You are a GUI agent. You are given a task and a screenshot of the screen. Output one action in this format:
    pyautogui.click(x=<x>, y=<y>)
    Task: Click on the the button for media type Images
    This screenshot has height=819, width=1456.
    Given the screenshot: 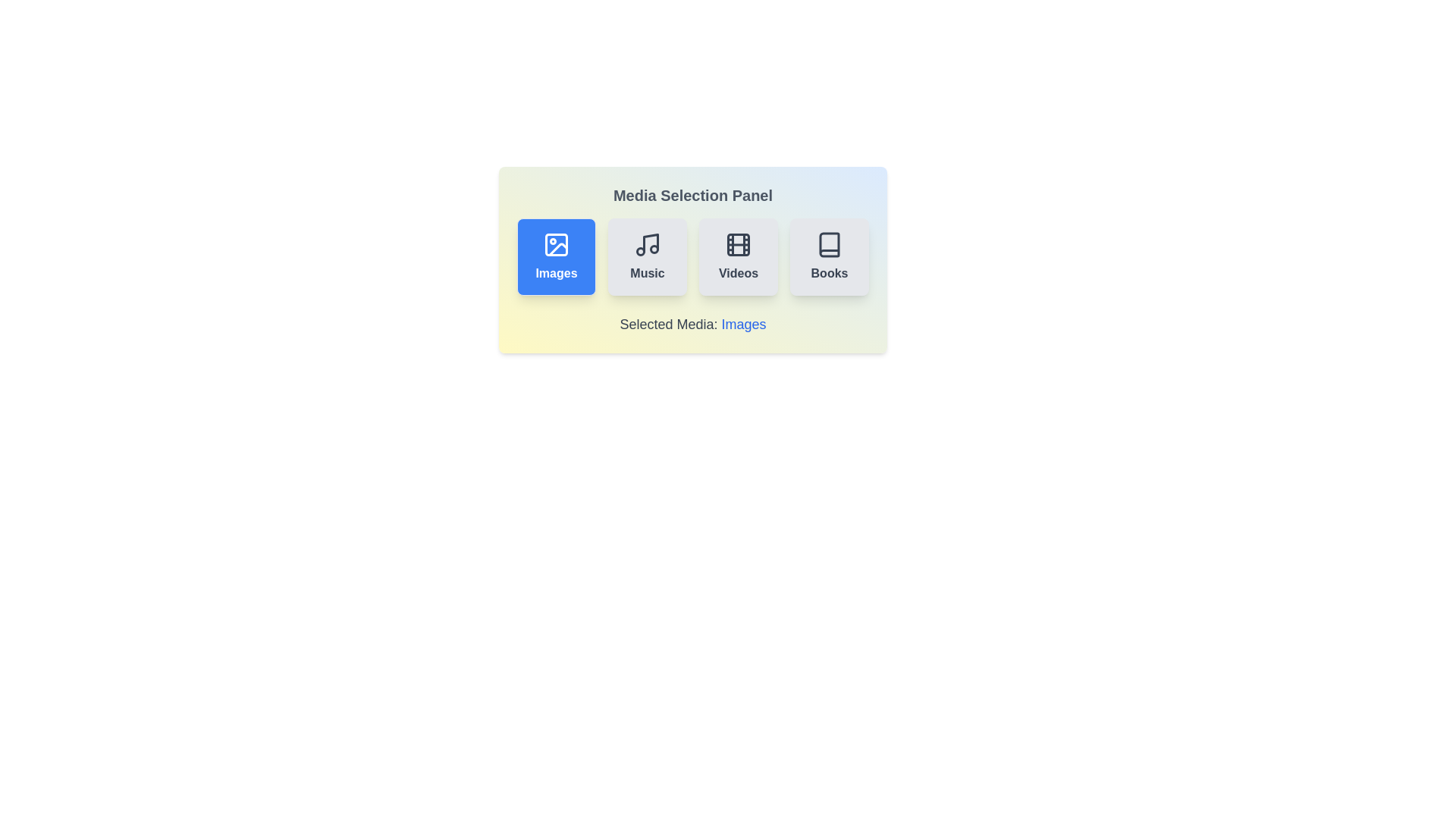 What is the action you would take?
    pyautogui.click(x=556, y=256)
    